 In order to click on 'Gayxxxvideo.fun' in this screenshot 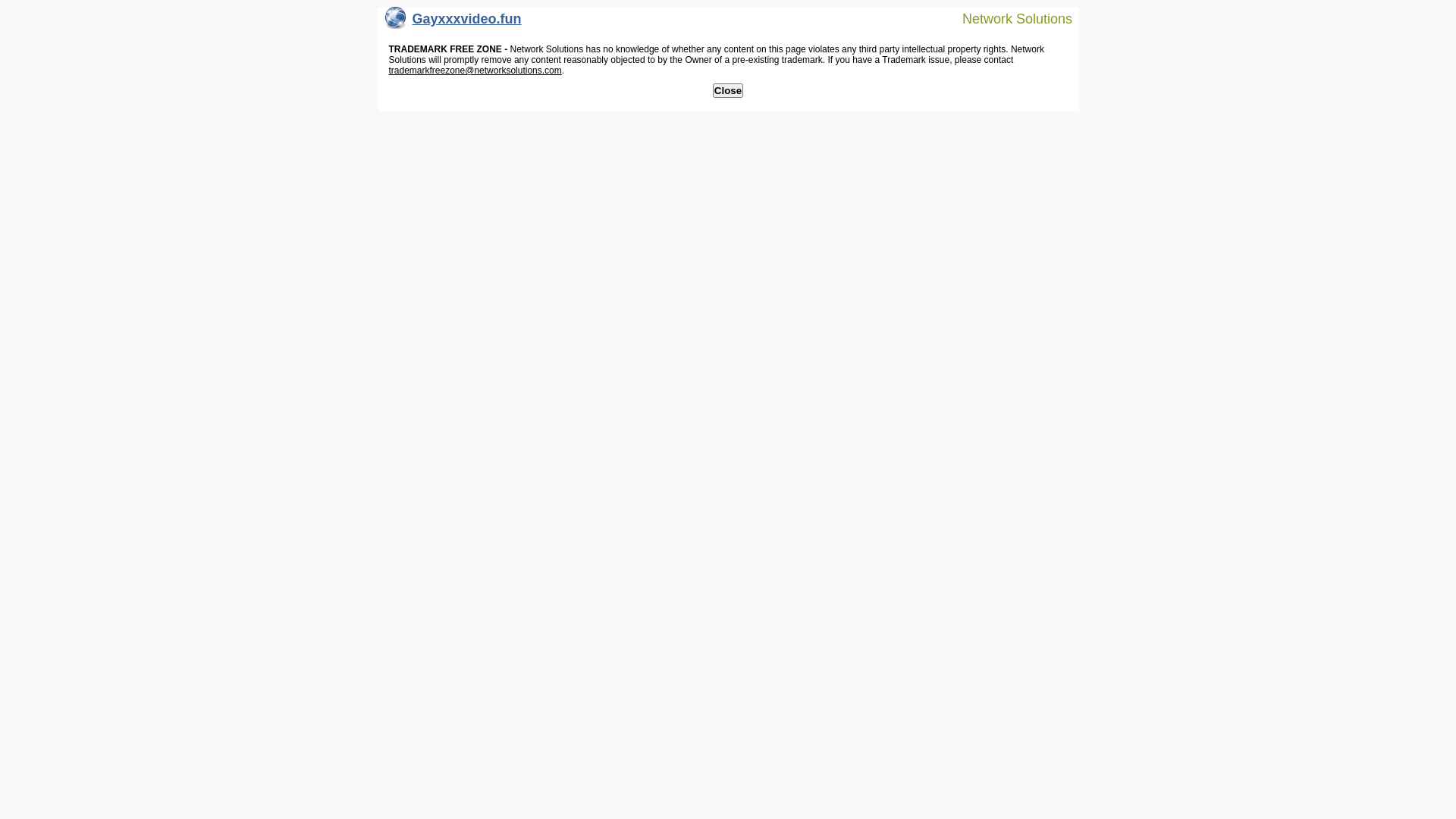, I will do `click(453, 22)`.